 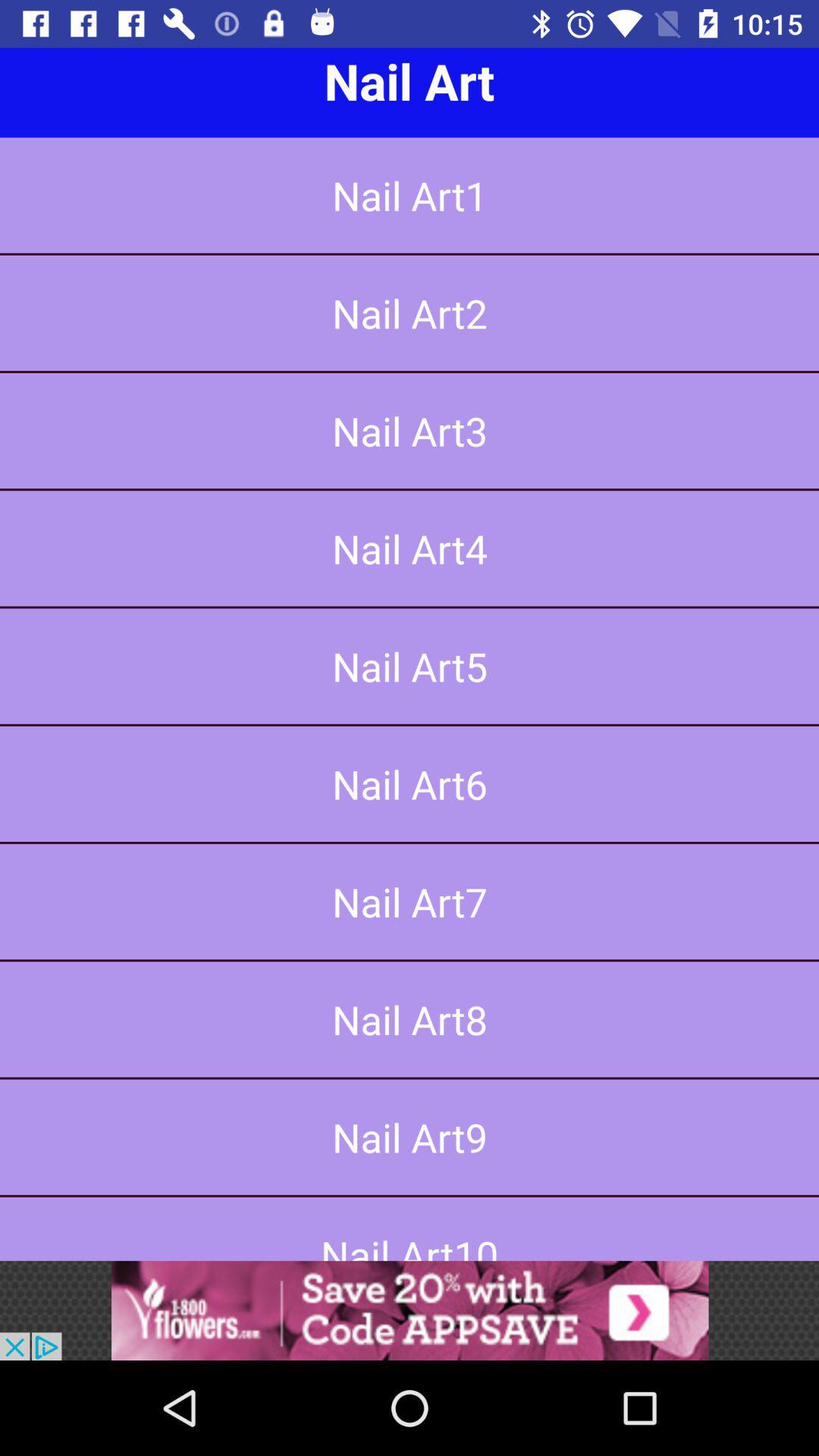 What do you see at coordinates (409, 1310) in the screenshot?
I see `advertisement` at bounding box center [409, 1310].